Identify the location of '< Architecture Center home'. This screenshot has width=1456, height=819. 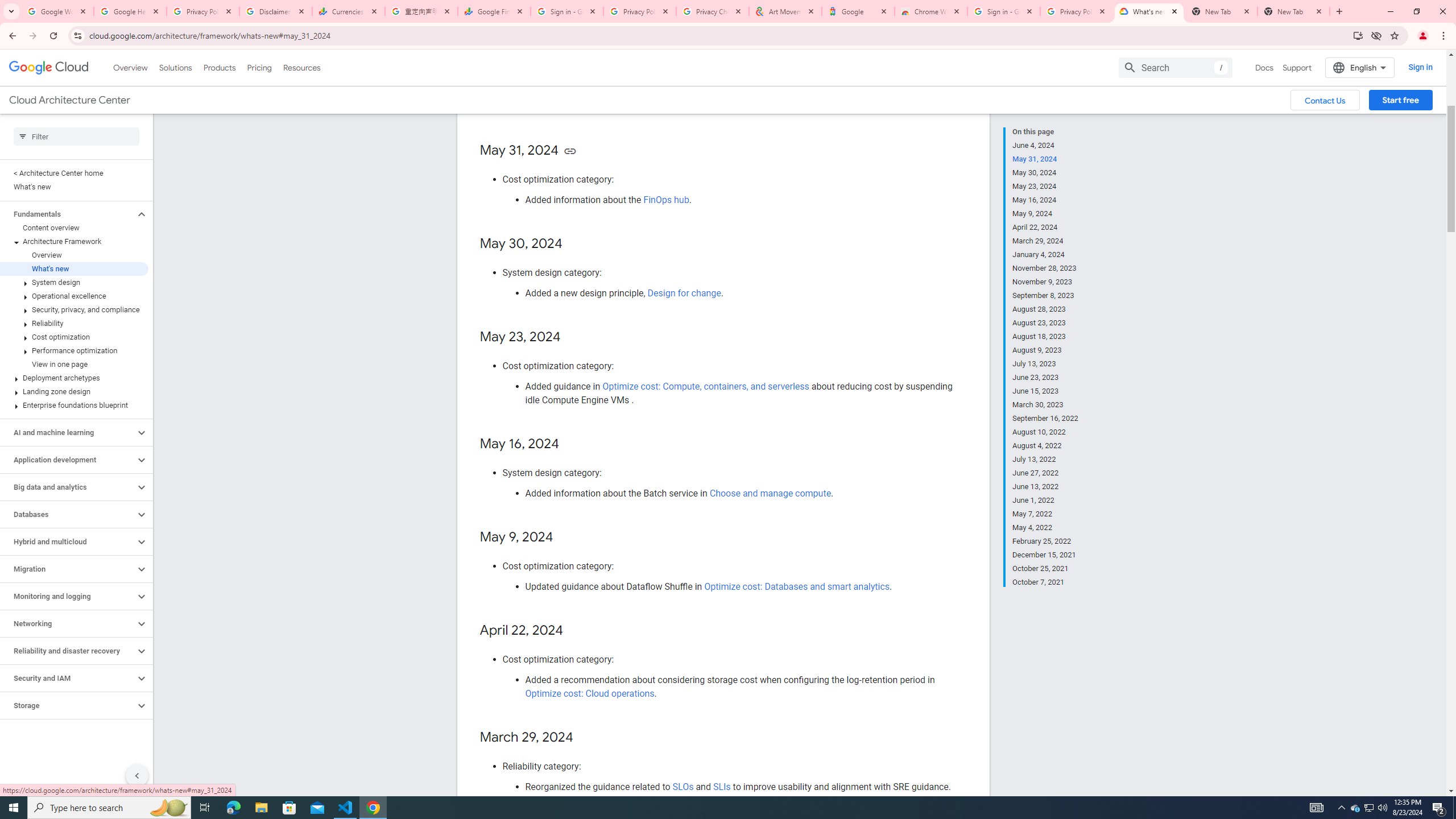
(74, 172).